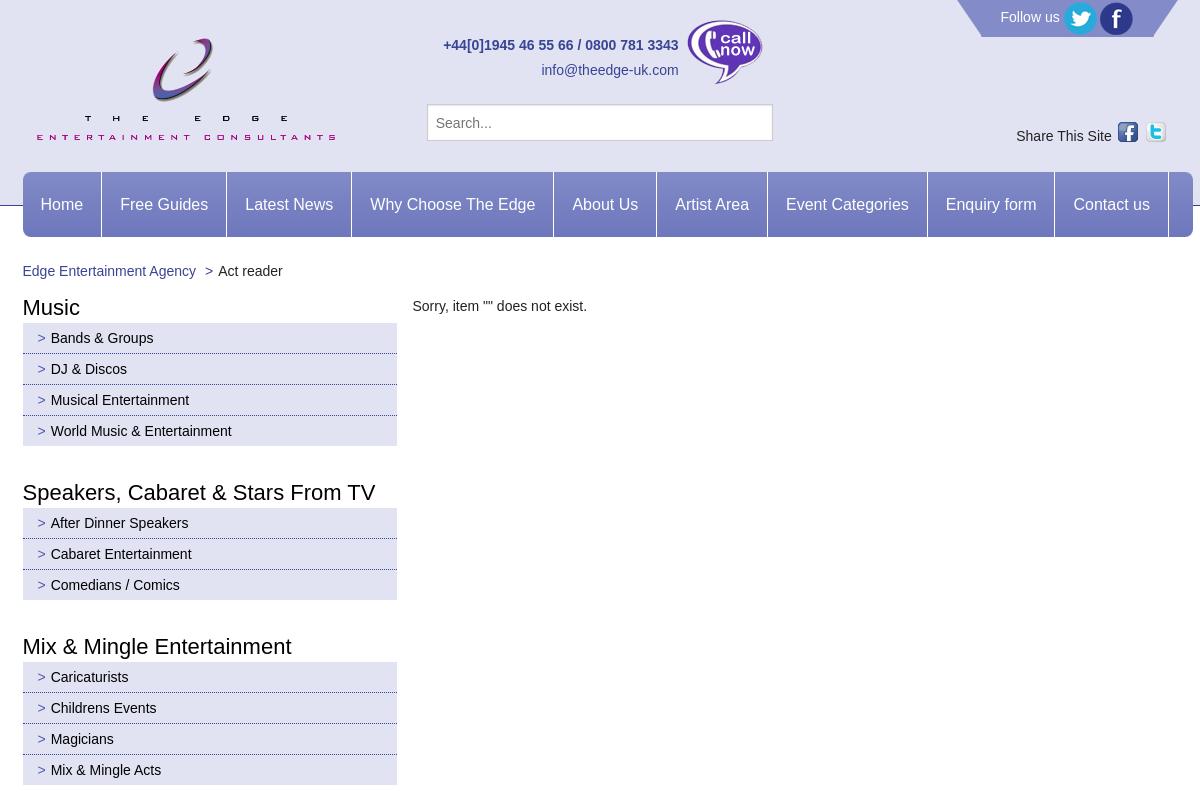 The width and height of the screenshot is (1200, 793). Describe the element at coordinates (140, 429) in the screenshot. I see `'World Music & Entertainment'` at that location.